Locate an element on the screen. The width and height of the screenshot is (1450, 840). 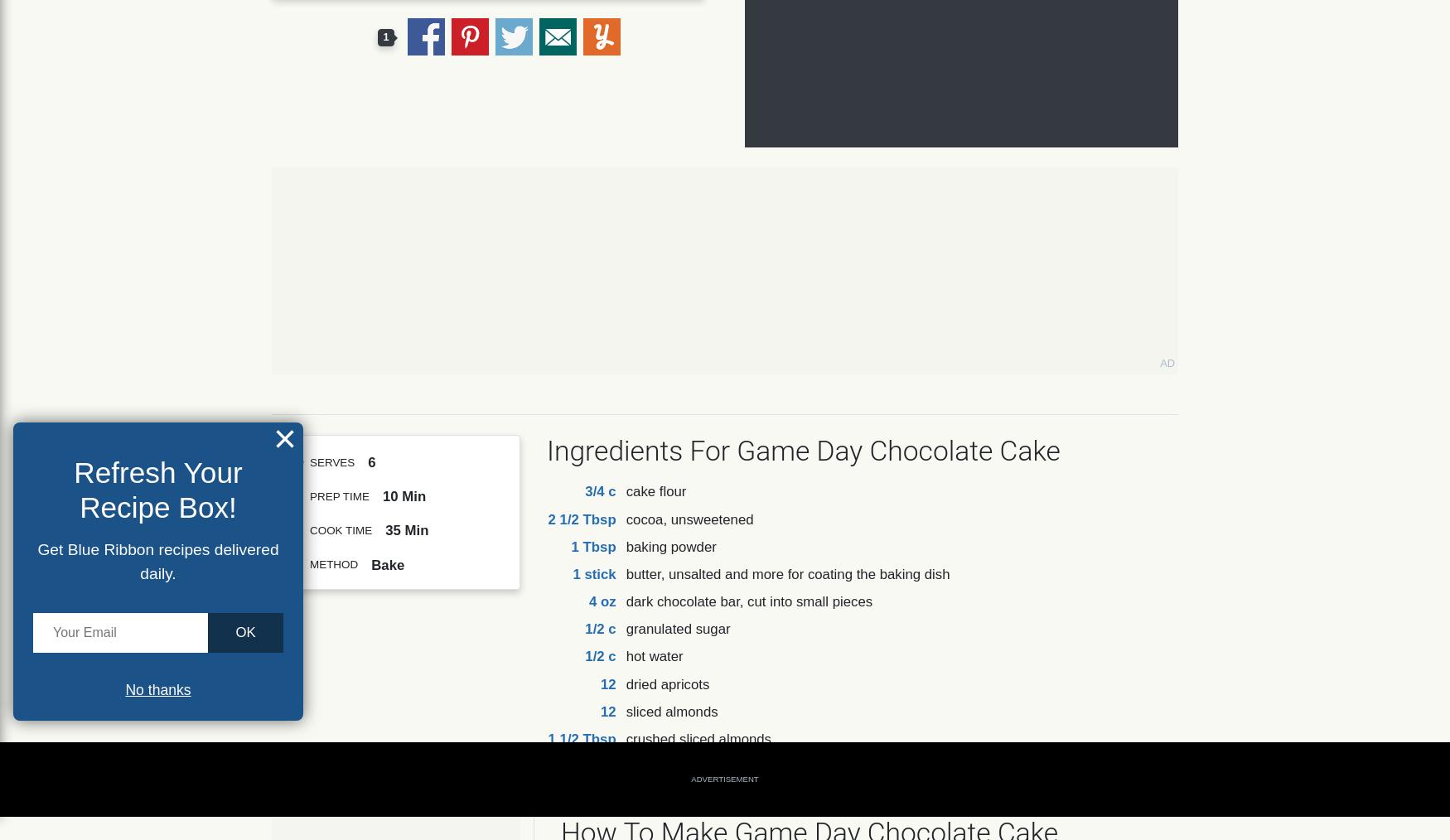
'6' is located at coordinates (371, 461).